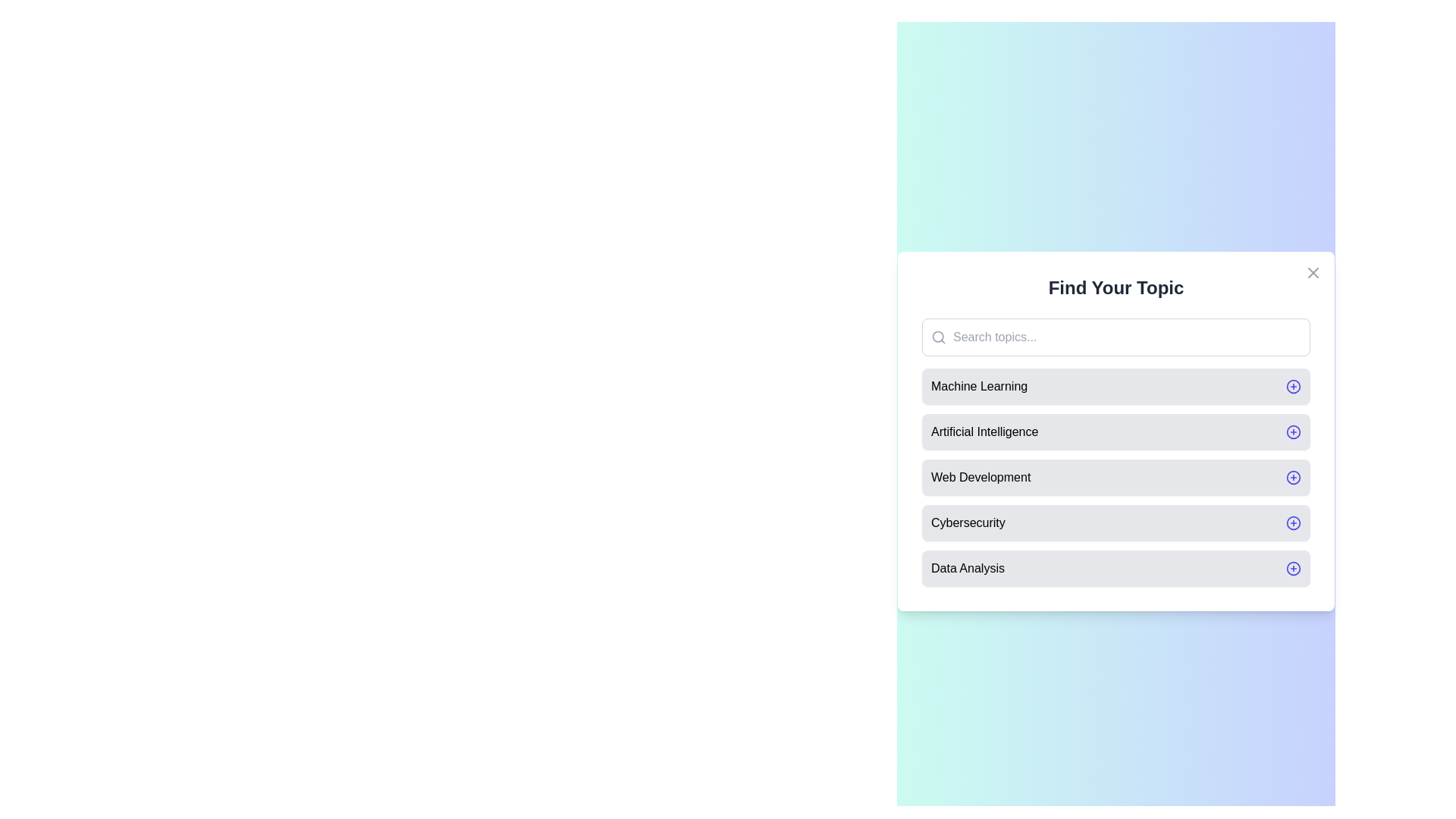 The image size is (1456, 819). What do you see at coordinates (1116, 568) in the screenshot?
I see `the topic Data Analysis from the list` at bounding box center [1116, 568].